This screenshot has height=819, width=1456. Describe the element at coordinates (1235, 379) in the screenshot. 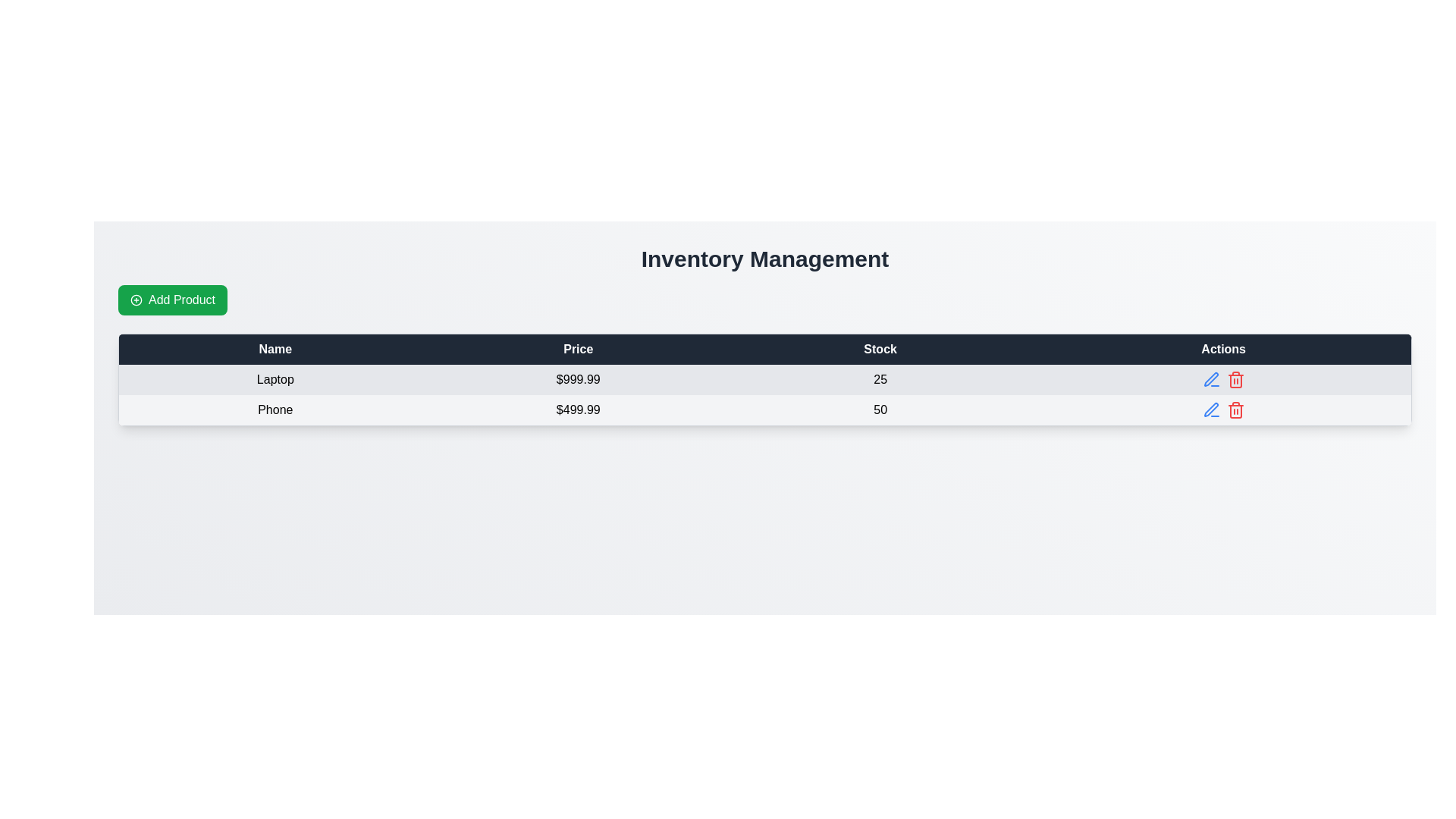

I see `the red trash can icon button` at that location.